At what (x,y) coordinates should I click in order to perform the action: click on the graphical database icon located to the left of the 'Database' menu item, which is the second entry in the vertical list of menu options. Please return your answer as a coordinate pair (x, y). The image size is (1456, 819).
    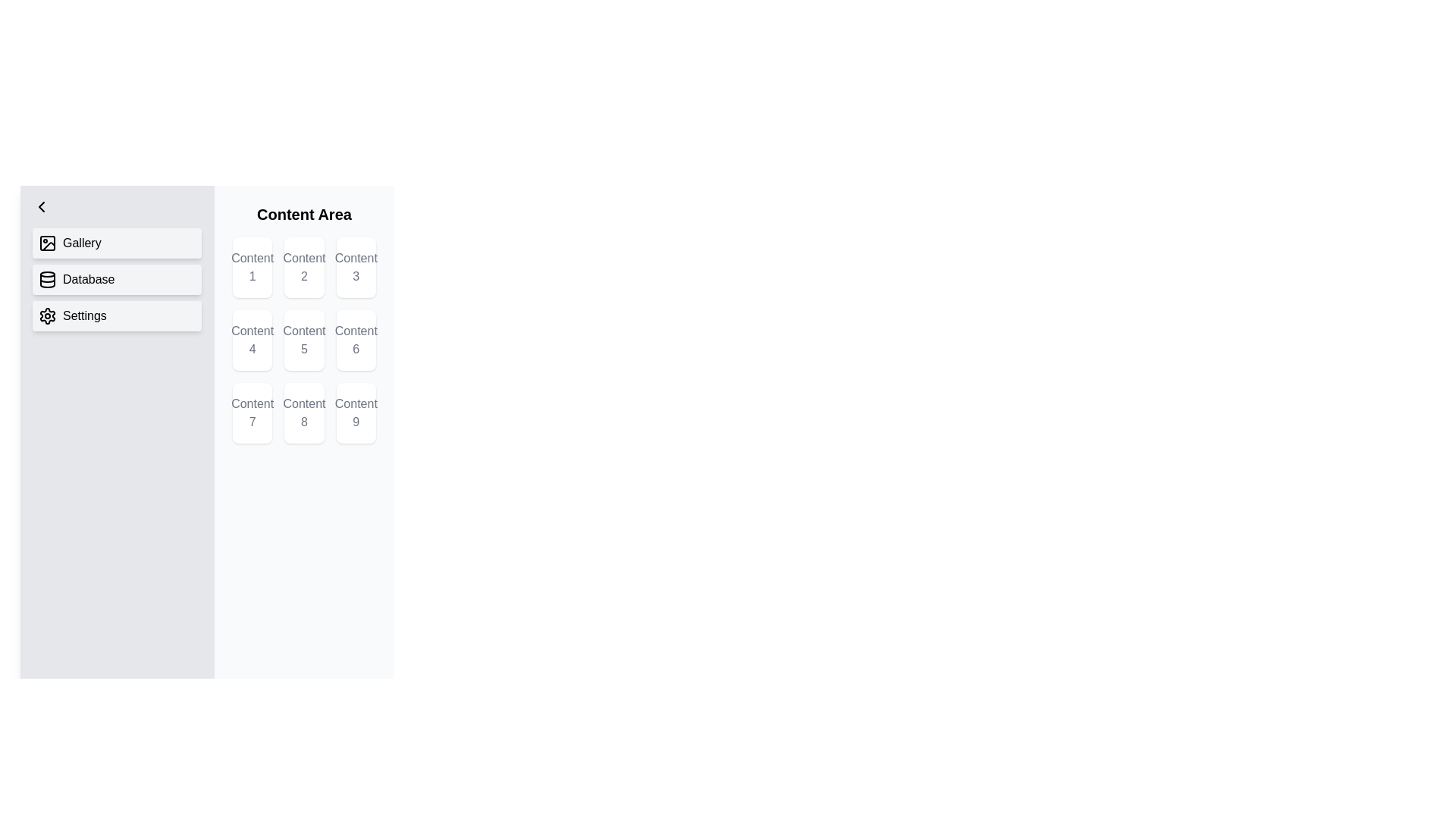
    Looking at the image, I should click on (47, 280).